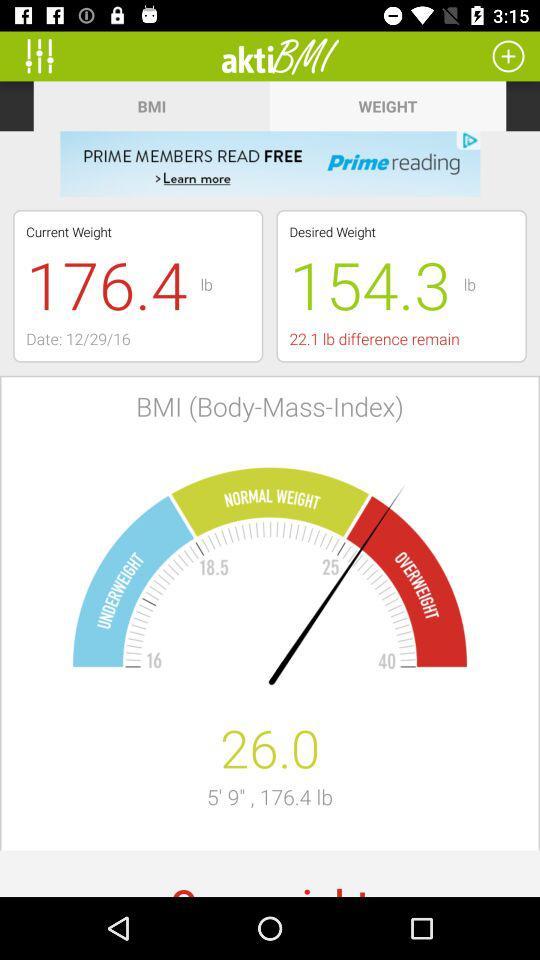  I want to click on icon below bmi, so click(270, 163).